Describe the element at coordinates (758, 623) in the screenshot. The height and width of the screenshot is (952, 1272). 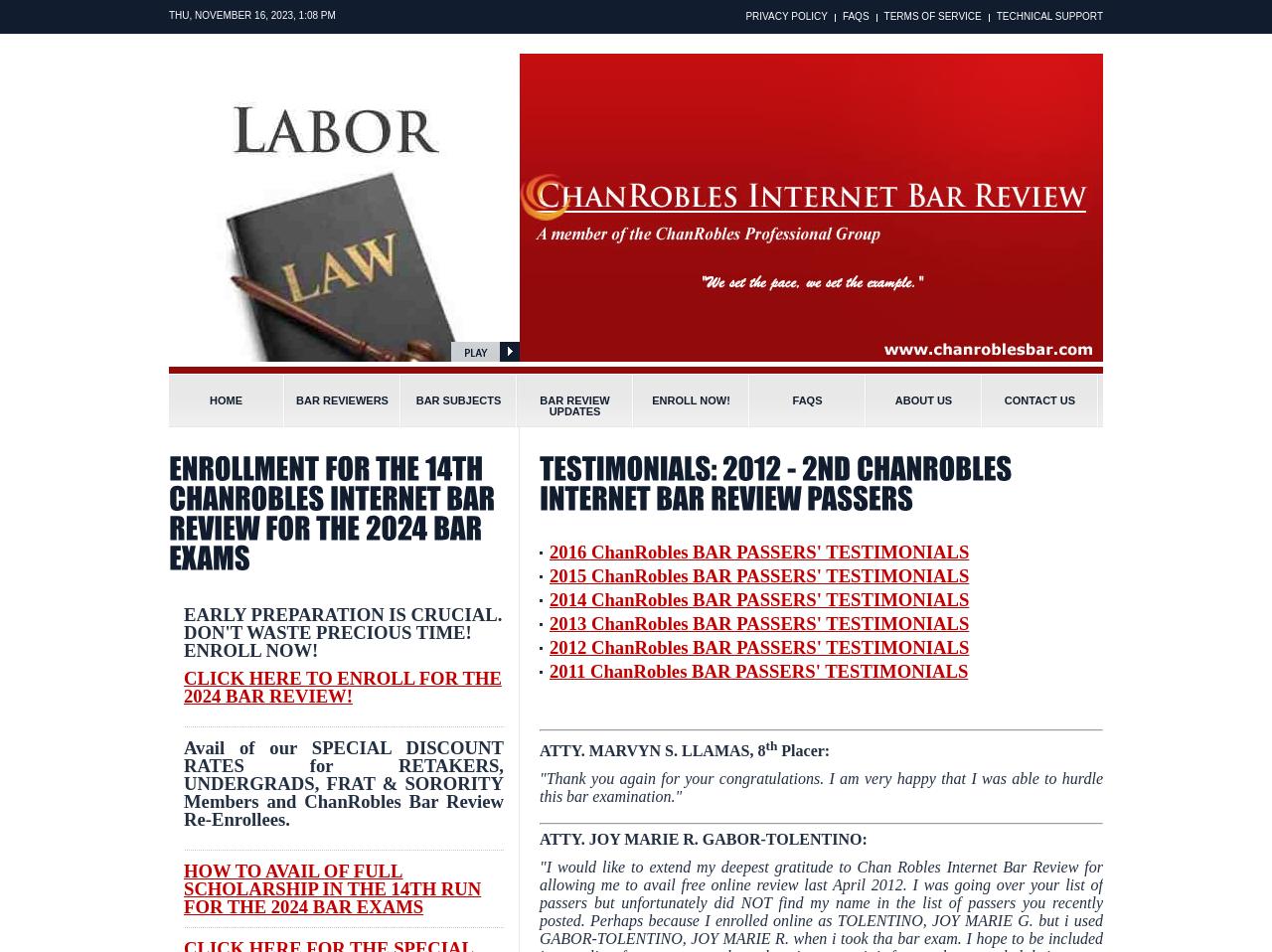
I see `'2013 ChanRobles BAR PASSERS' TESTIMONIALS'` at that location.